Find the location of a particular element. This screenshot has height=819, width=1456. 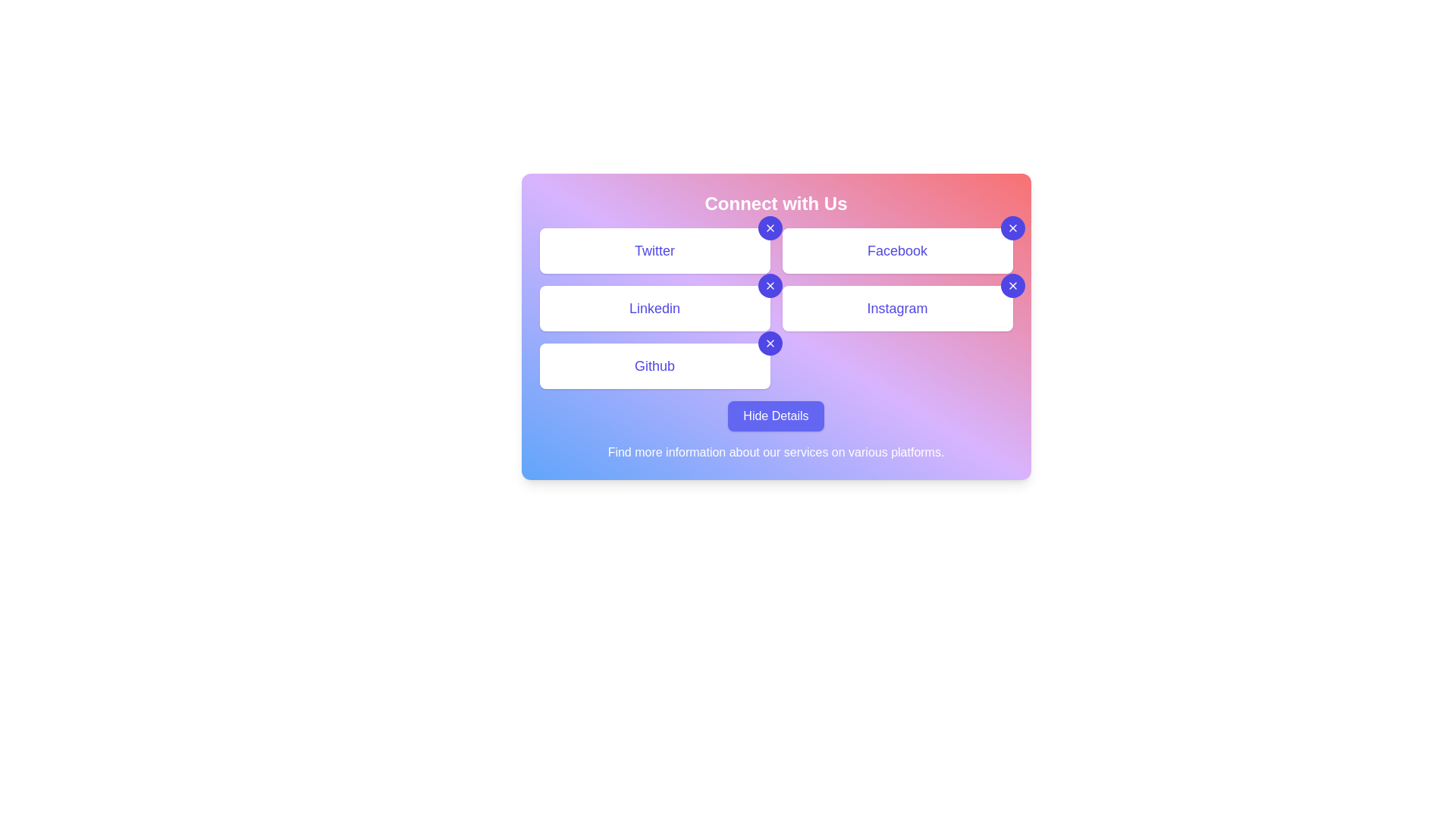

the close button located at the top-right corner of the 'Github' card is located at coordinates (770, 343).